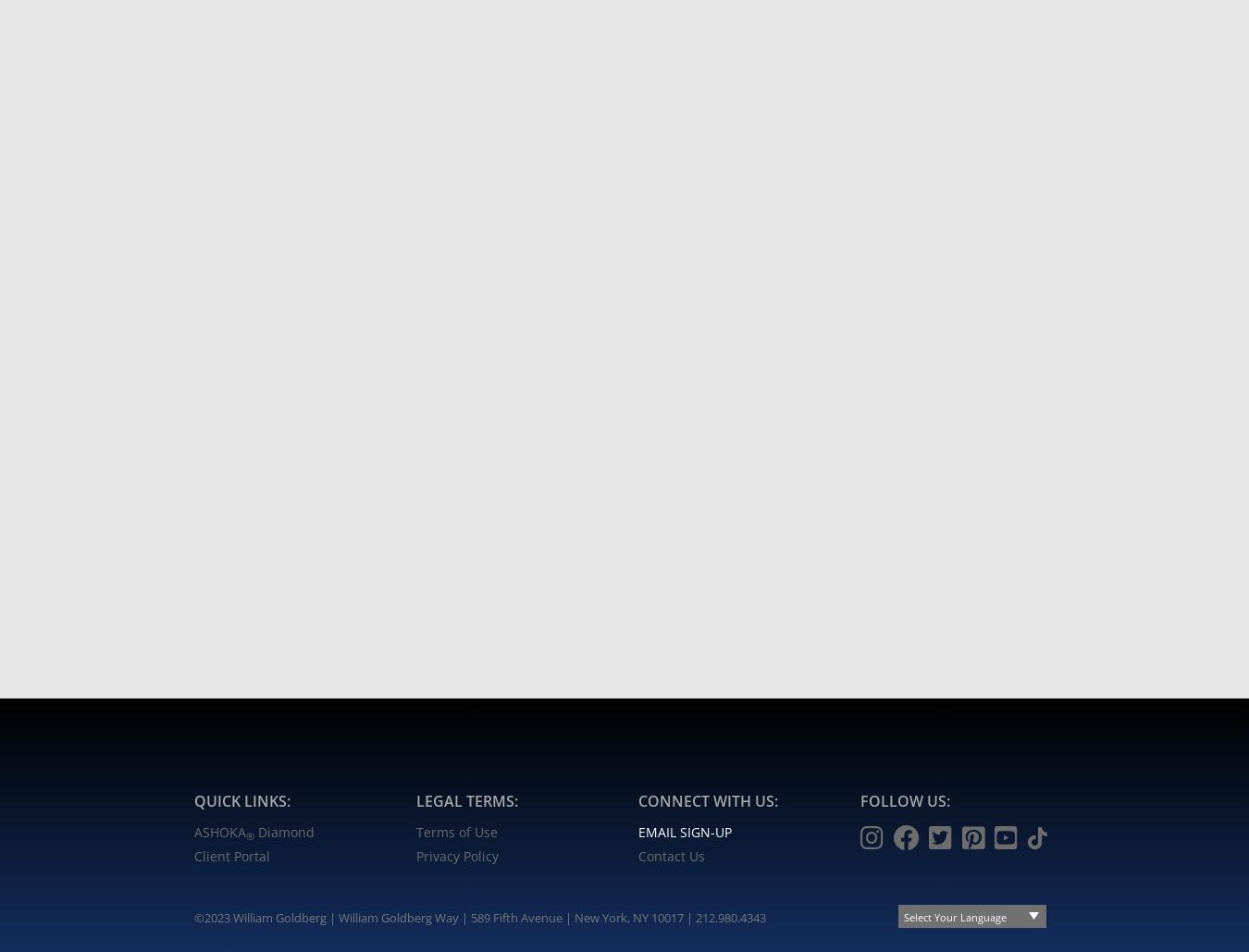 The image size is (1249, 952). What do you see at coordinates (671, 855) in the screenshot?
I see `'Contact Us'` at bounding box center [671, 855].